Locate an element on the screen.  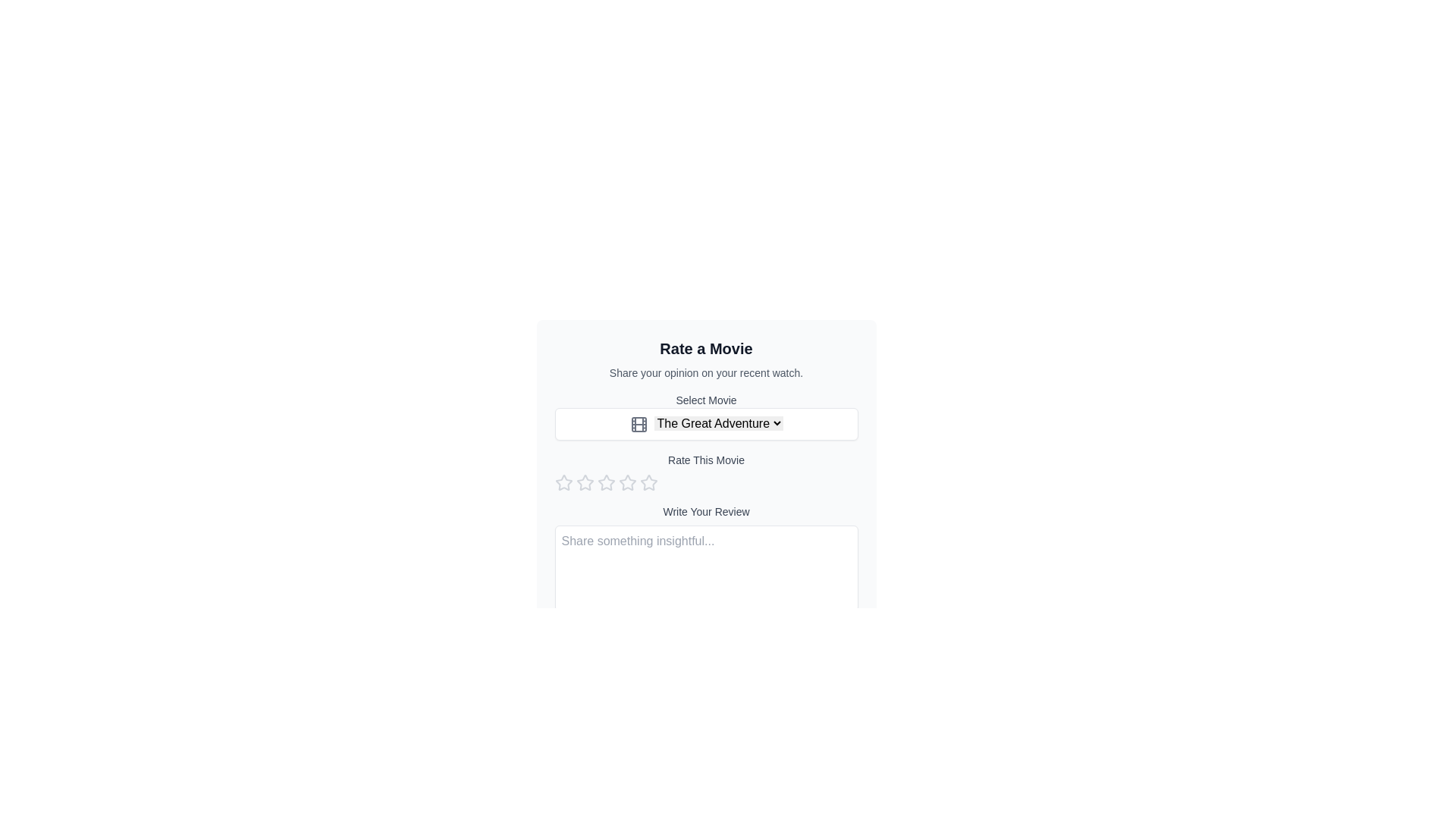
the third star icon from the left in the 'Rate This Movie' section is located at coordinates (627, 482).